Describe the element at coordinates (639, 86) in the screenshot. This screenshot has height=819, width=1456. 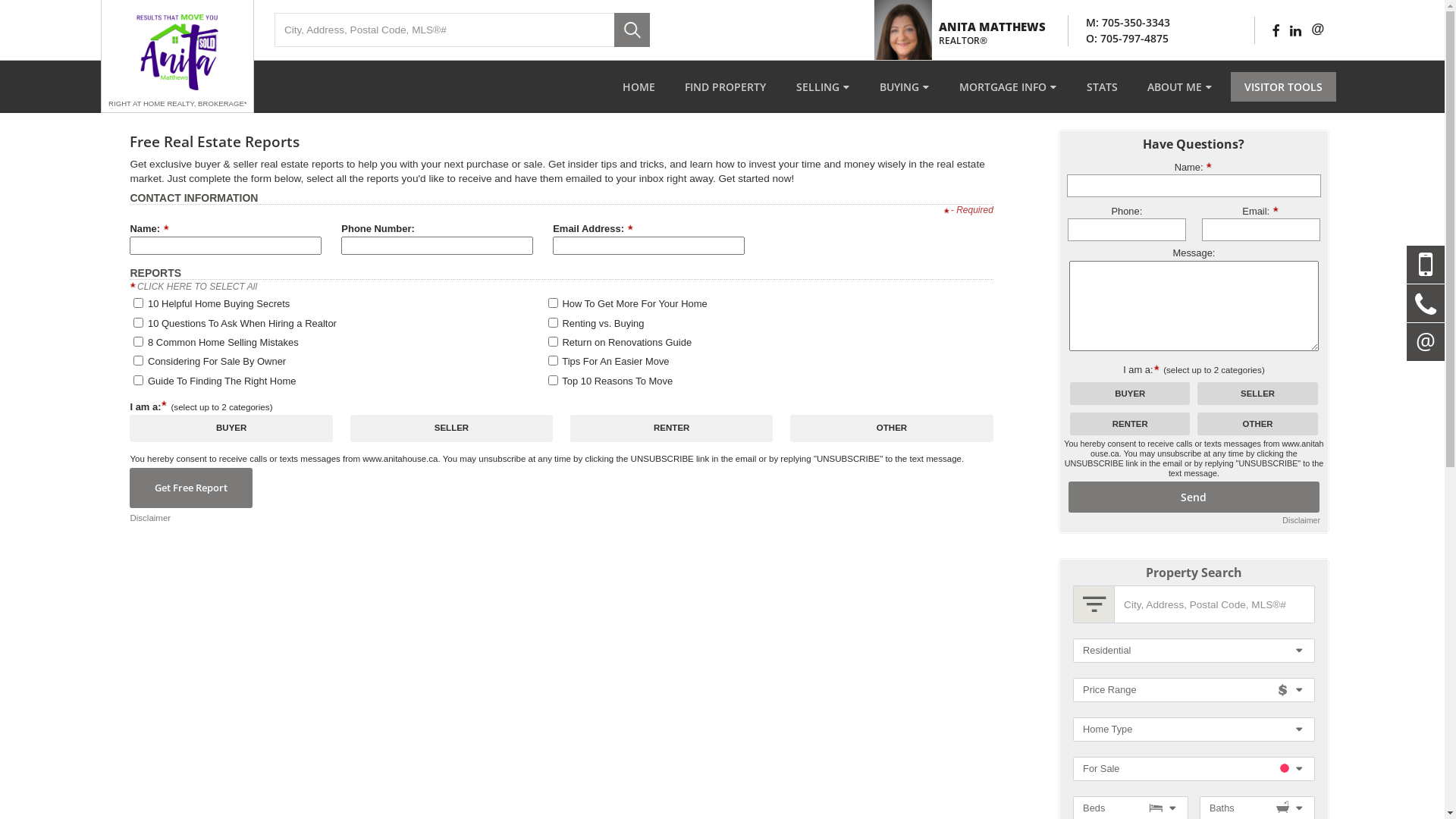
I see `'HOME'` at that location.